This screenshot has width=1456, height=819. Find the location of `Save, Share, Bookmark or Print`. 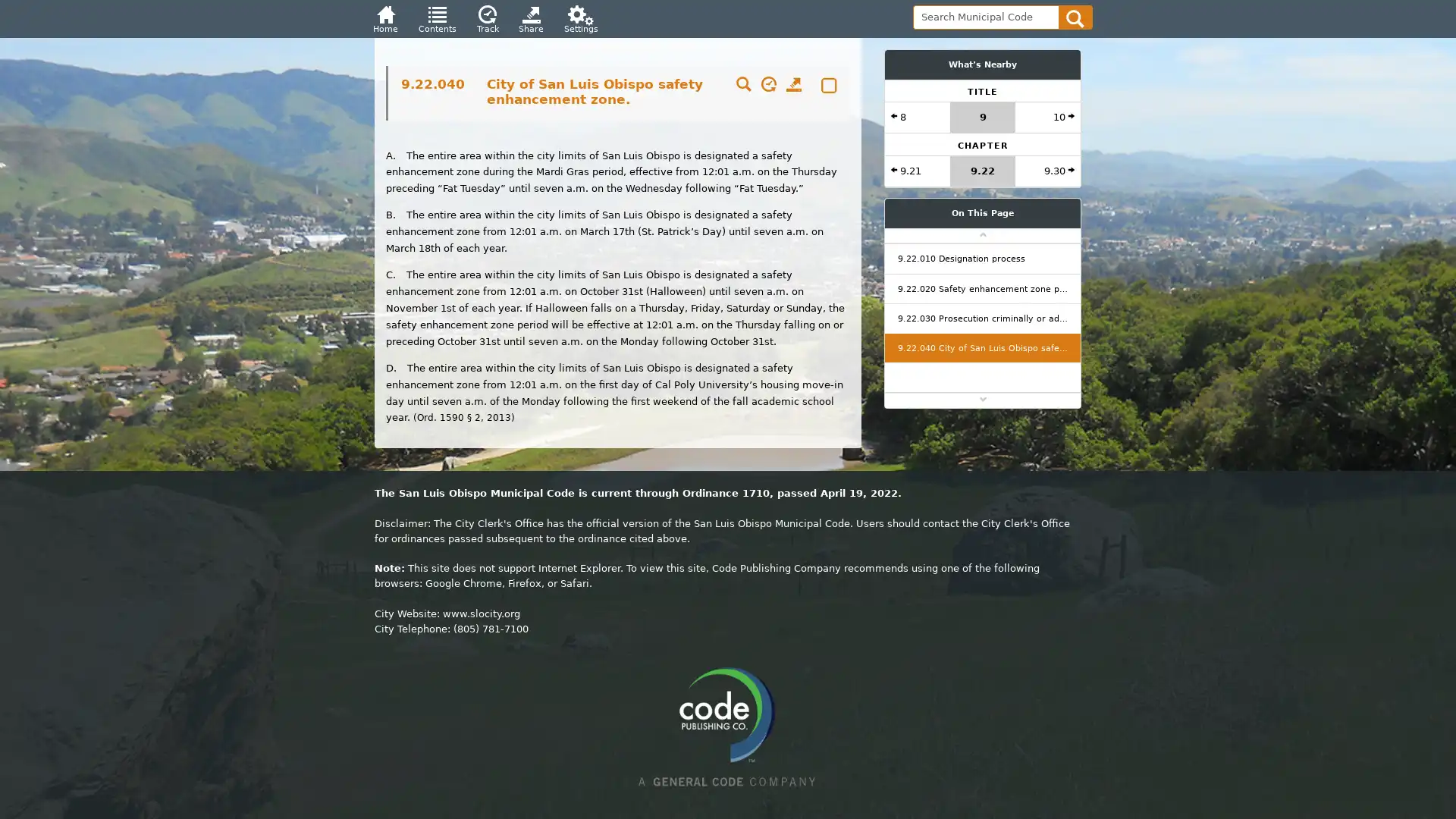

Save, Share, Bookmark or Print is located at coordinates (792, 86).